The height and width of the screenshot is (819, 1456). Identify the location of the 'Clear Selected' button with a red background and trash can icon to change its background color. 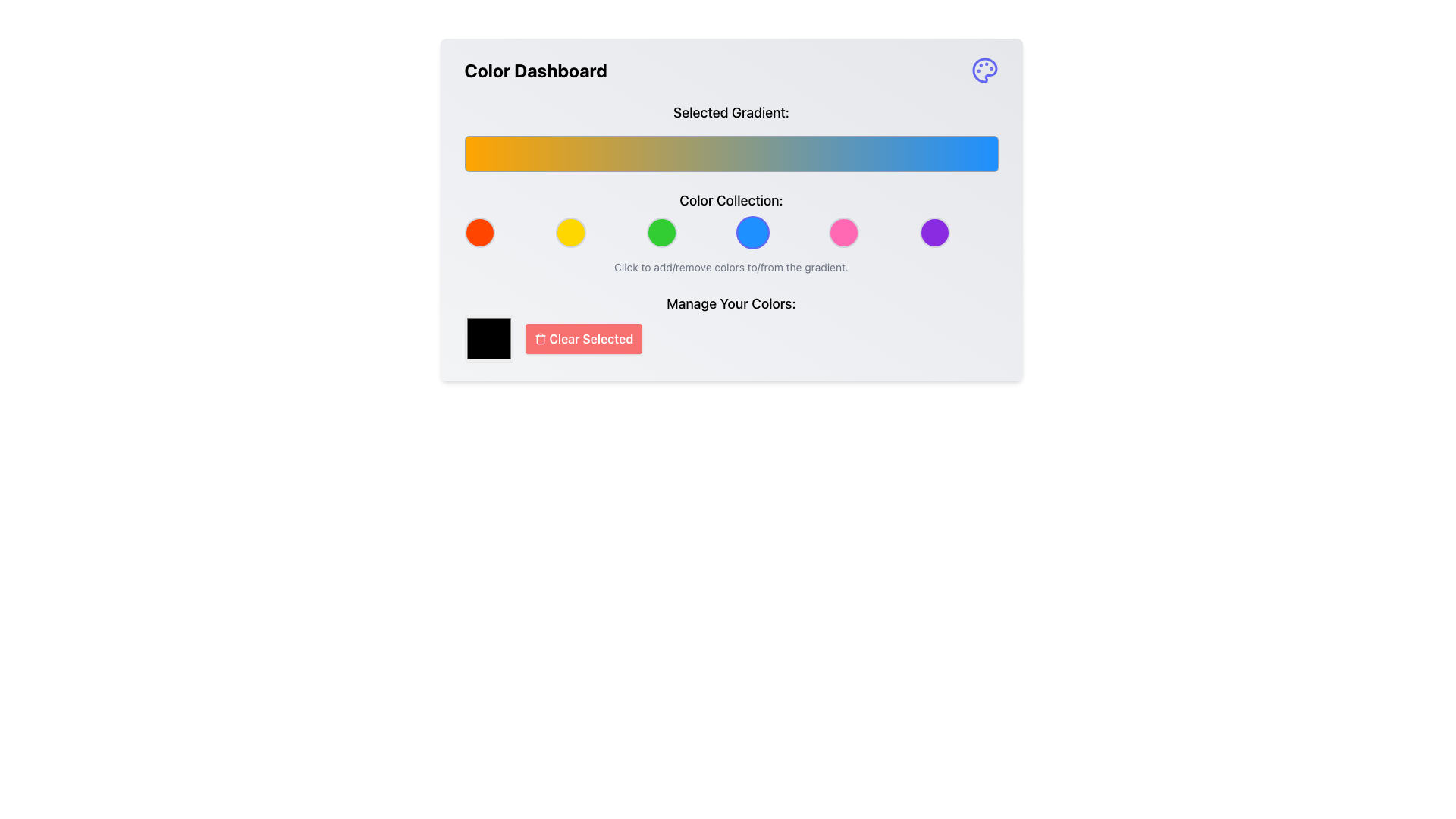
(582, 338).